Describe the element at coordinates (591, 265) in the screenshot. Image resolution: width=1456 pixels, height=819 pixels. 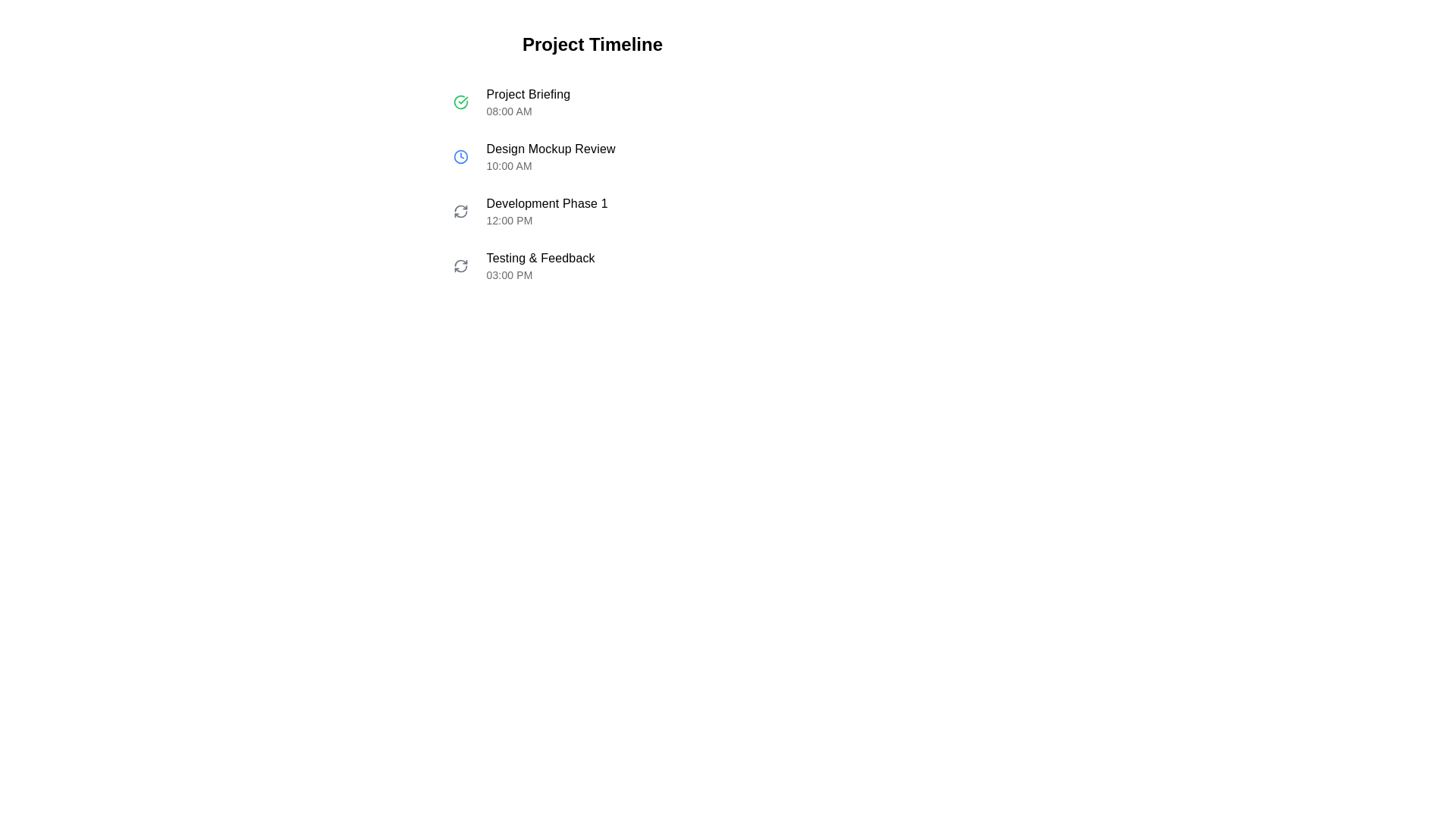
I see `the last item in the vertical list of events under the 'Project Timeline' section, which combines its title and scheduled time for display and informational purposes` at that location.